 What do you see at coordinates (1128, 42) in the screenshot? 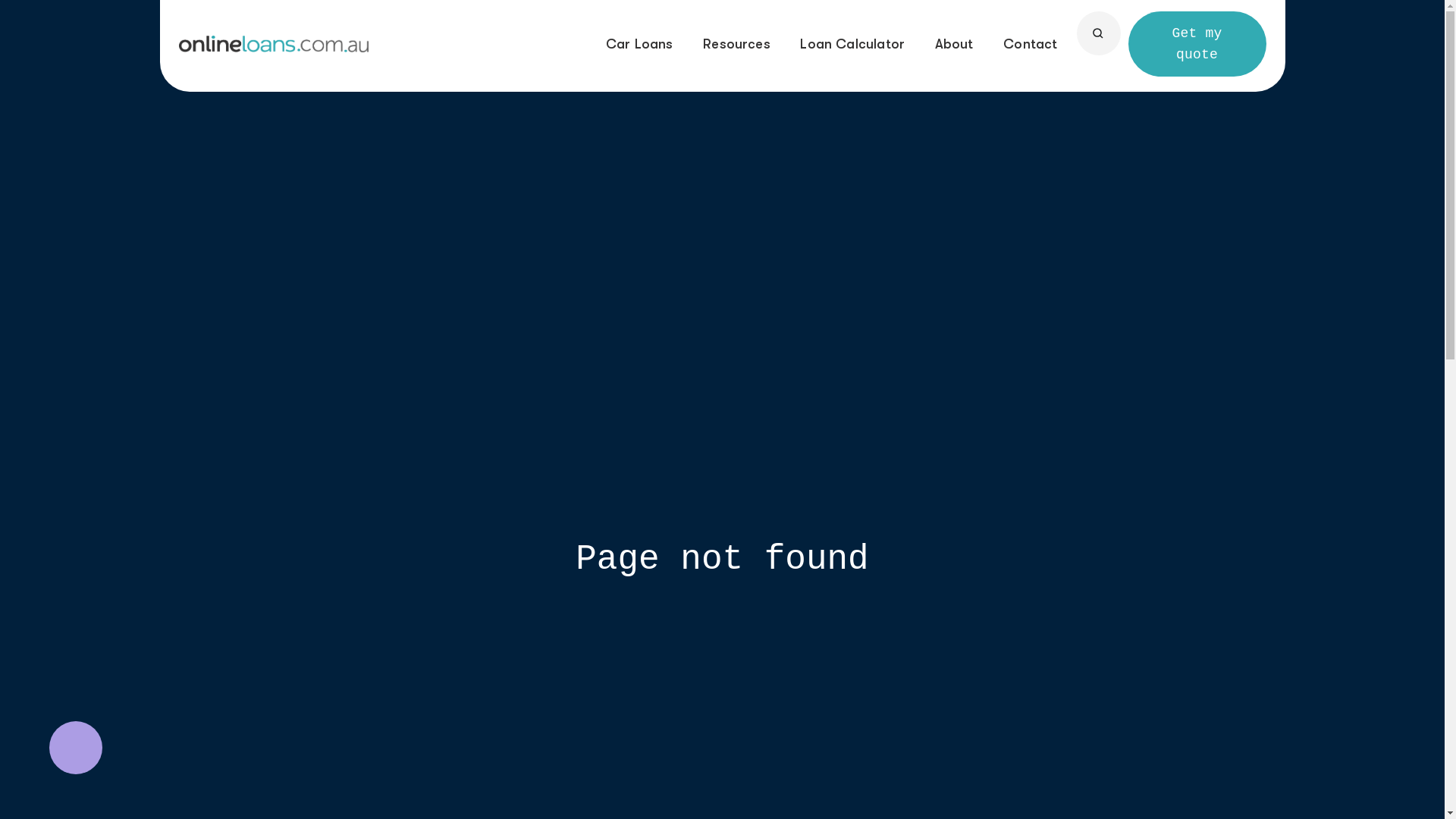
I see `'Get my quote'` at bounding box center [1128, 42].